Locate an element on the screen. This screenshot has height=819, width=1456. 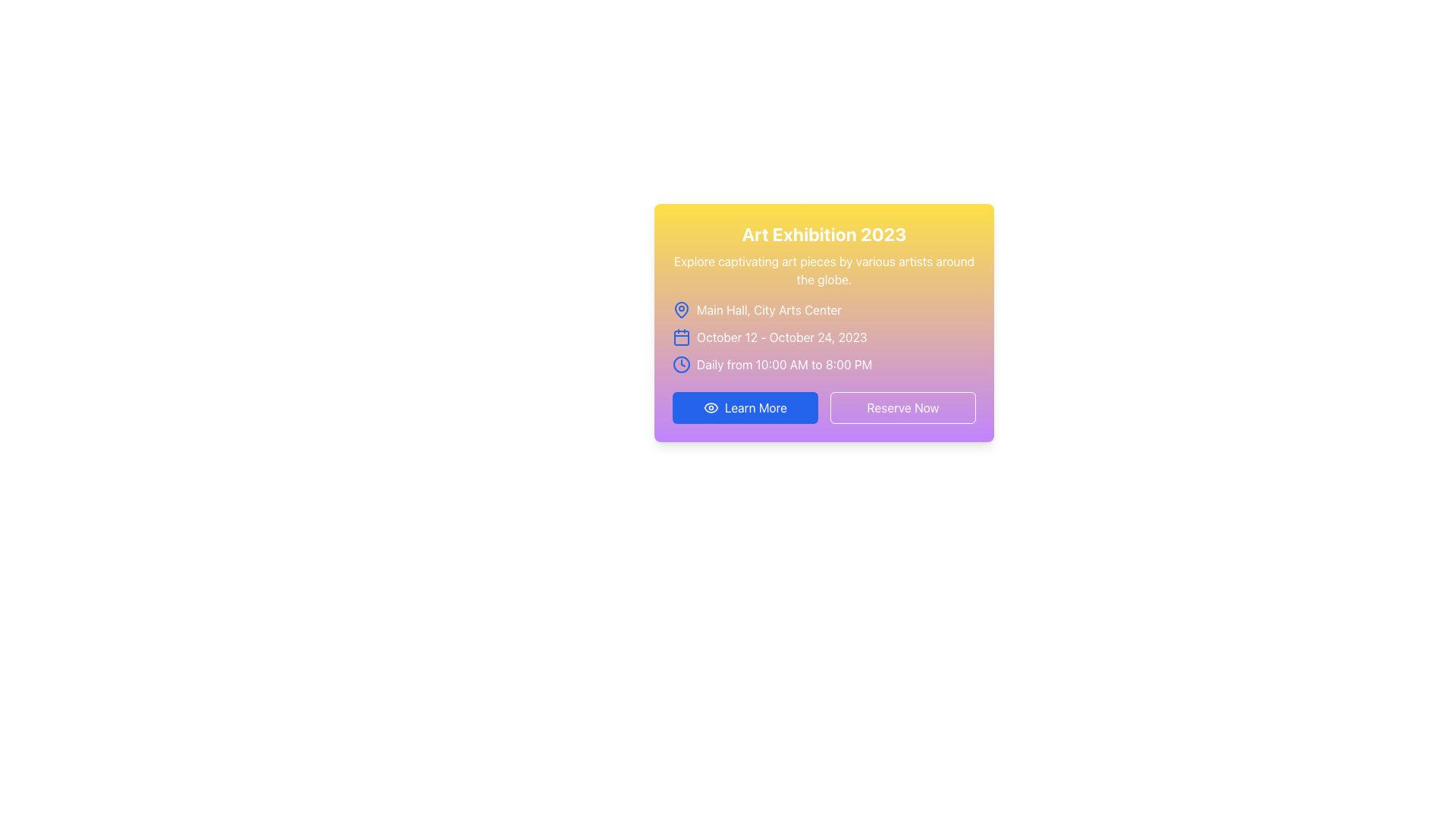
the 'Learn More' button, which is a blue button with white bold text, to observe its hover effect is located at coordinates (756, 406).